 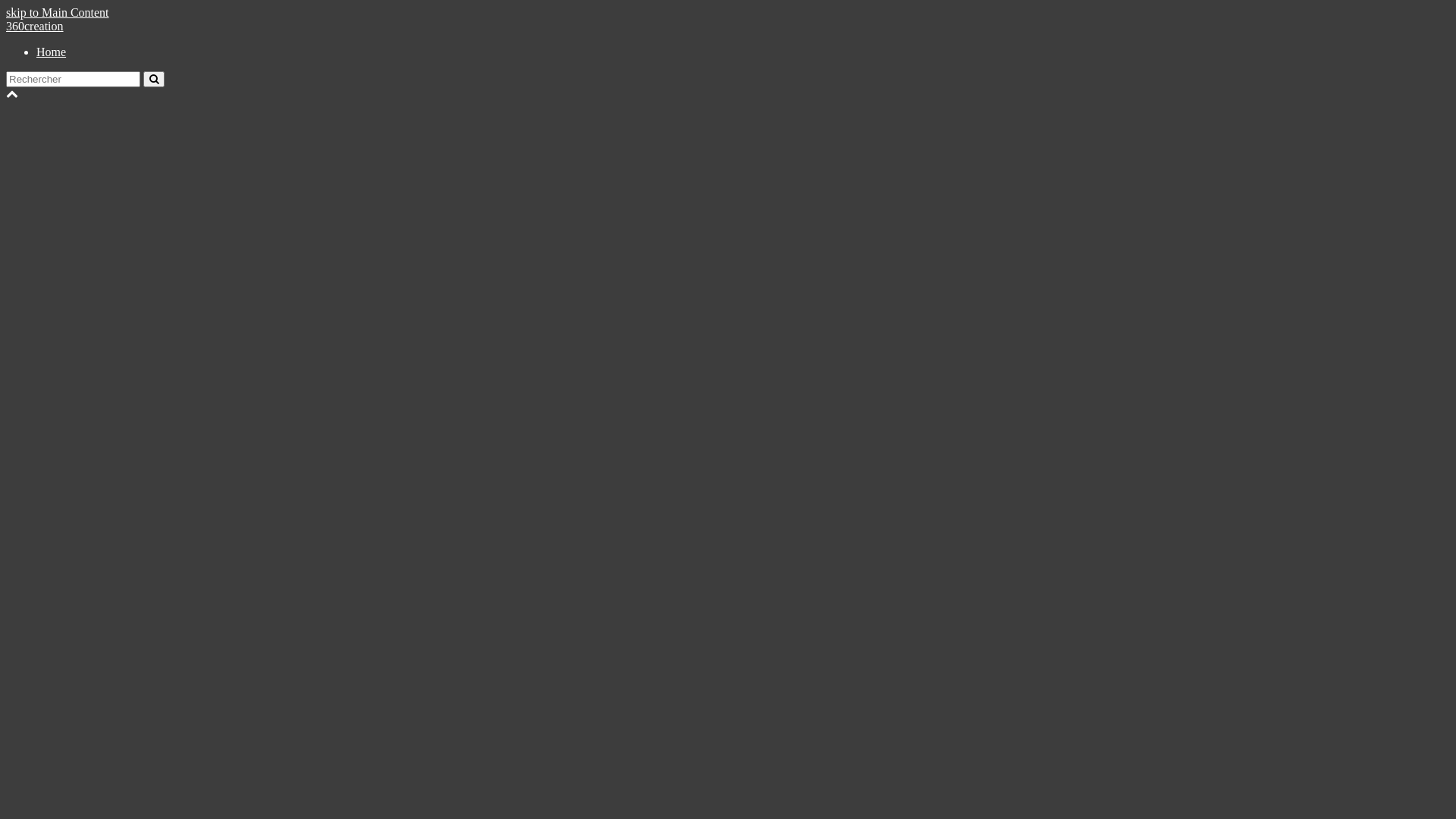 What do you see at coordinates (6, 93) in the screenshot?
I see `'Back To Top'` at bounding box center [6, 93].